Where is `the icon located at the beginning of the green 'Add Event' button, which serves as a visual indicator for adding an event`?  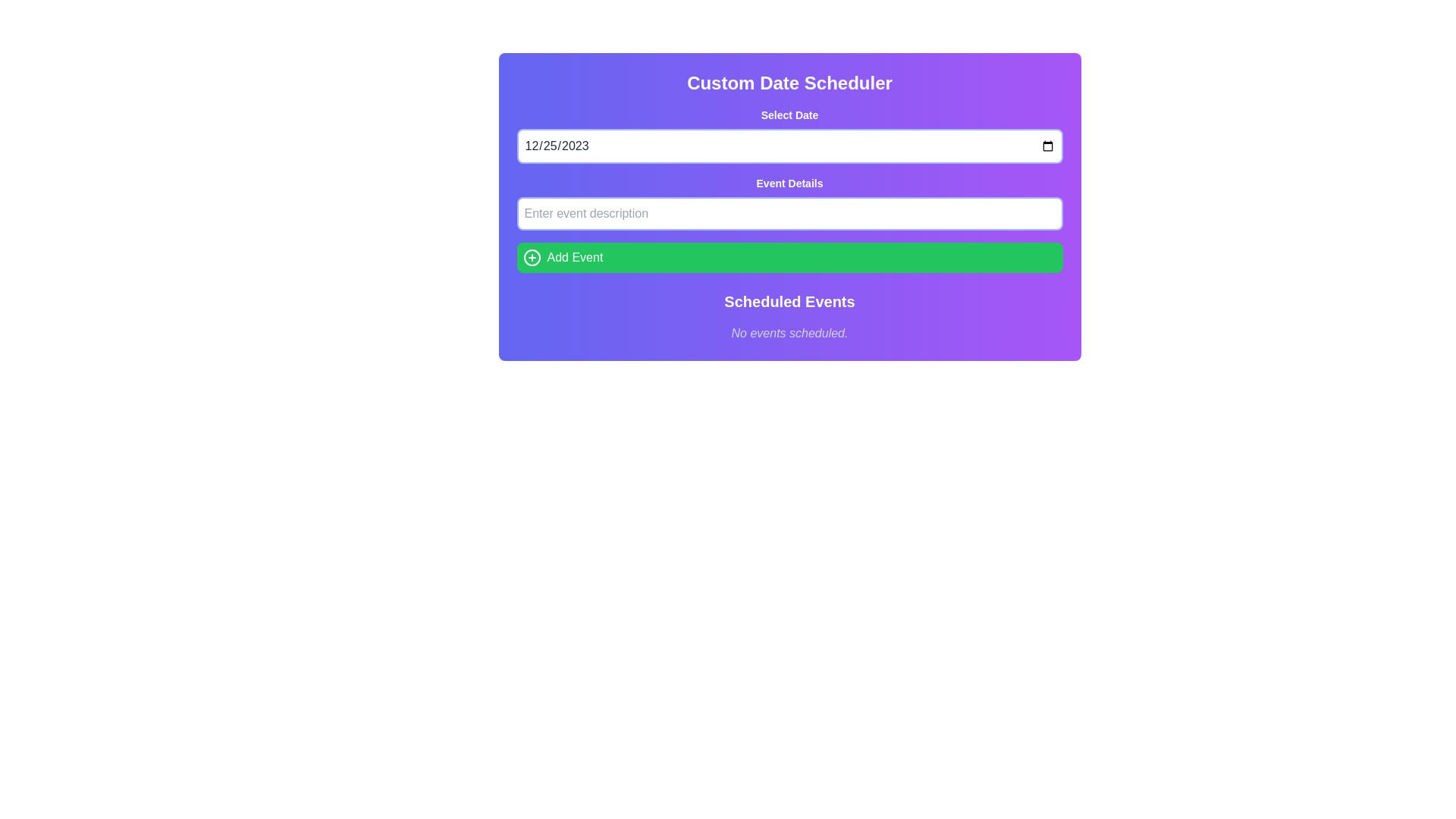 the icon located at the beginning of the green 'Add Event' button, which serves as a visual indicator for adding an event is located at coordinates (532, 256).